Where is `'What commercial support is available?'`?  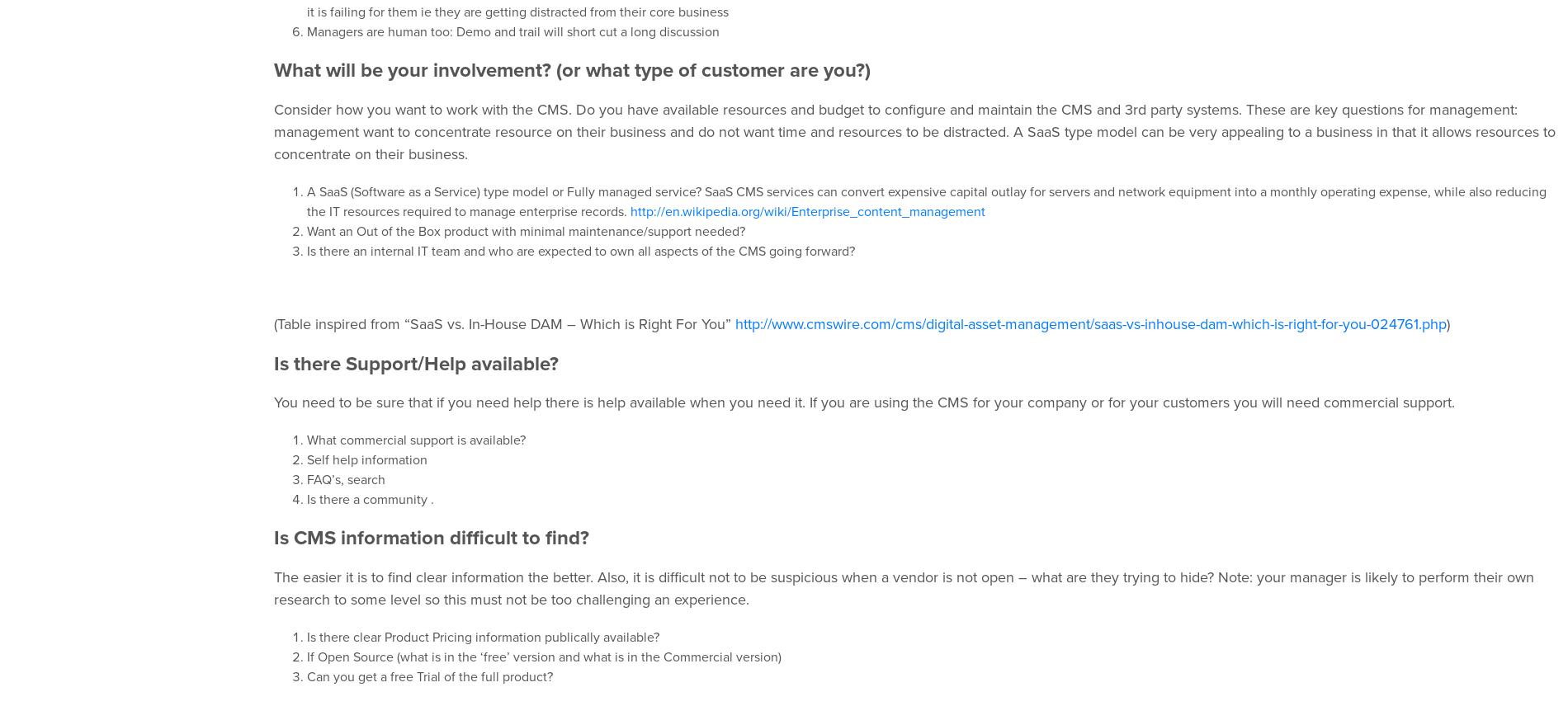 'What commercial support is available?' is located at coordinates (415, 440).